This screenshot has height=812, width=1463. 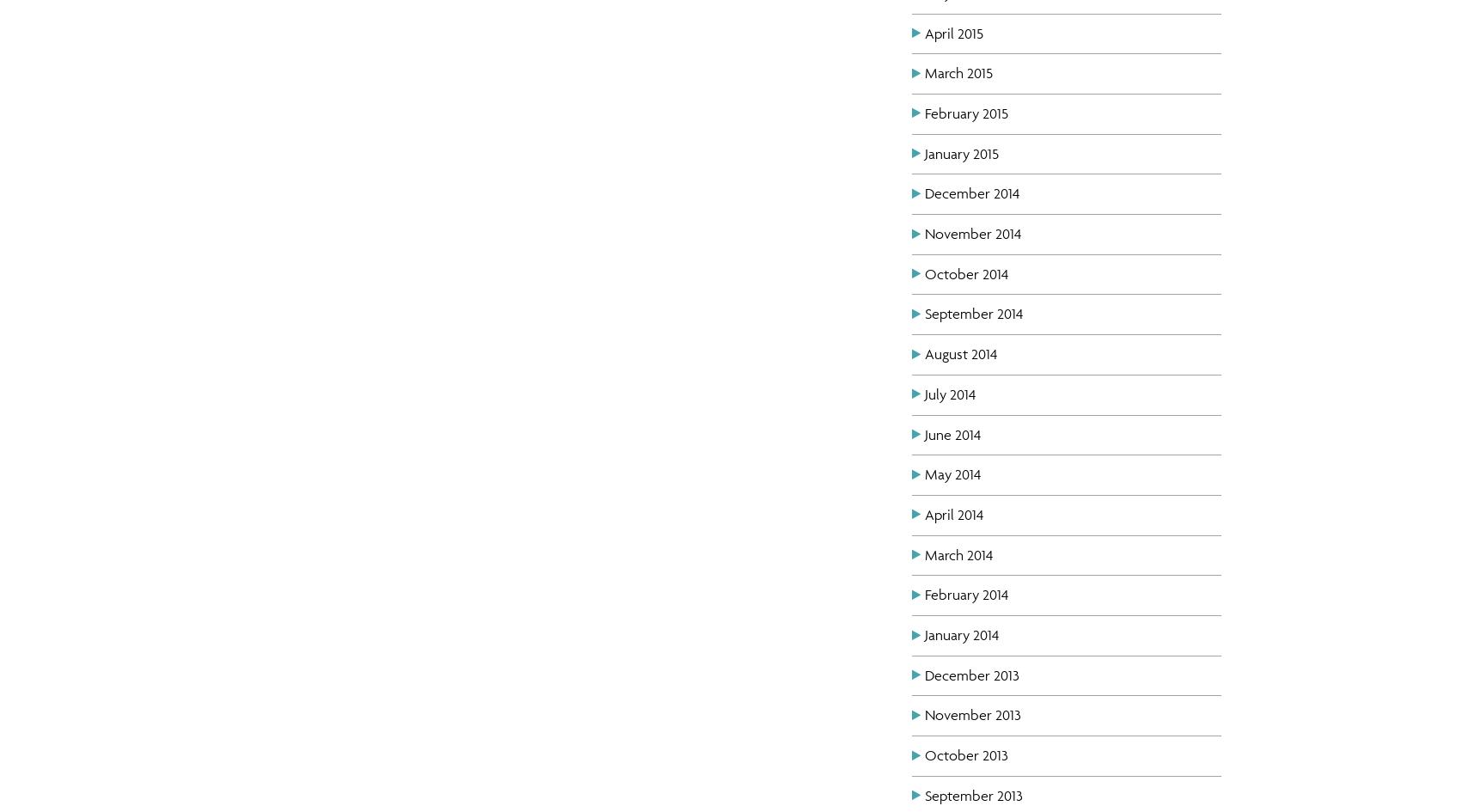 What do you see at coordinates (961, 634) in the screenshot?
I see `'January 2014'` at bounding box center [961, 634].